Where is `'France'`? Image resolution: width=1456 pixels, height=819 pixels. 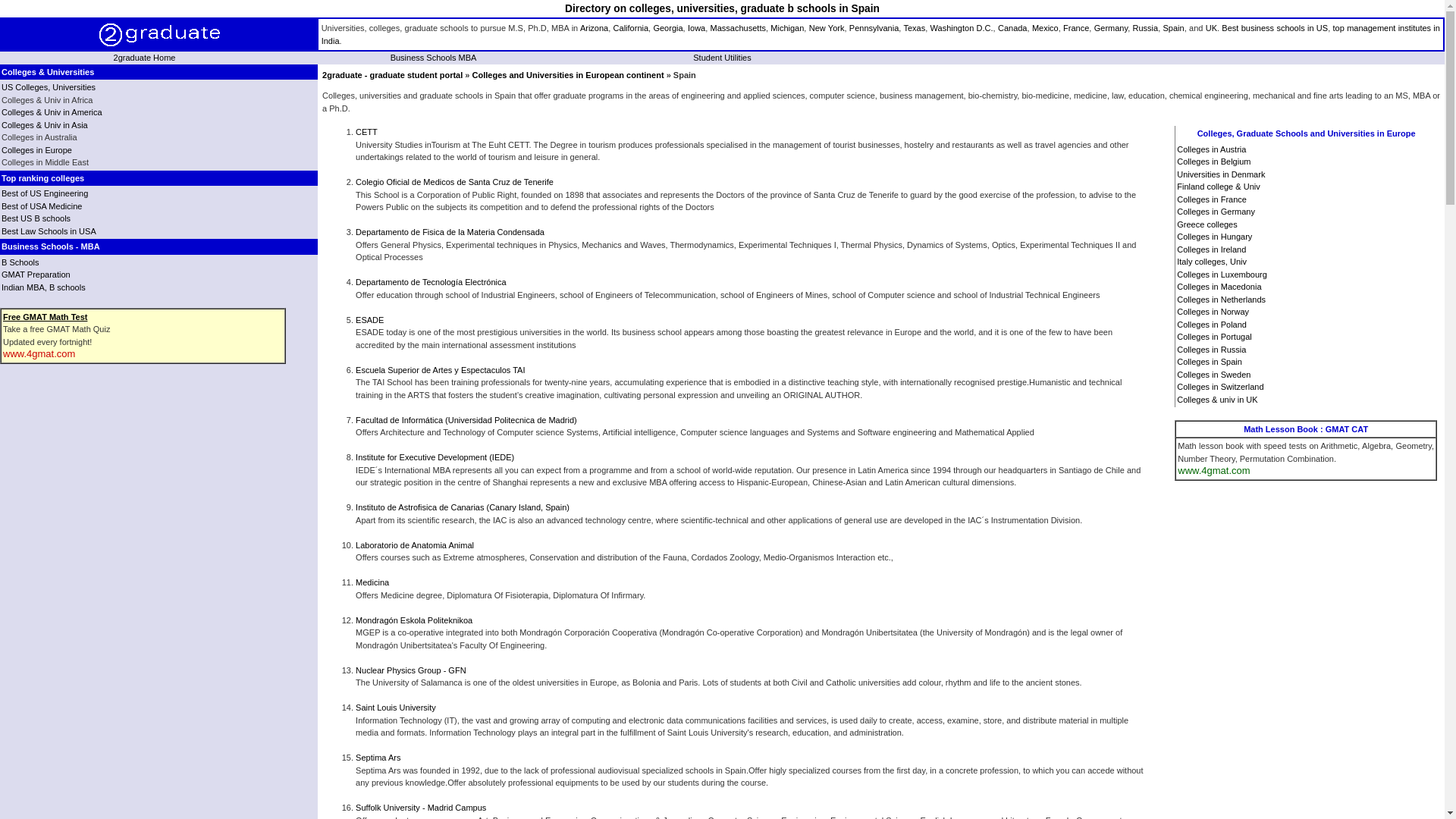
'France' is located at coordinates (1075, 28).